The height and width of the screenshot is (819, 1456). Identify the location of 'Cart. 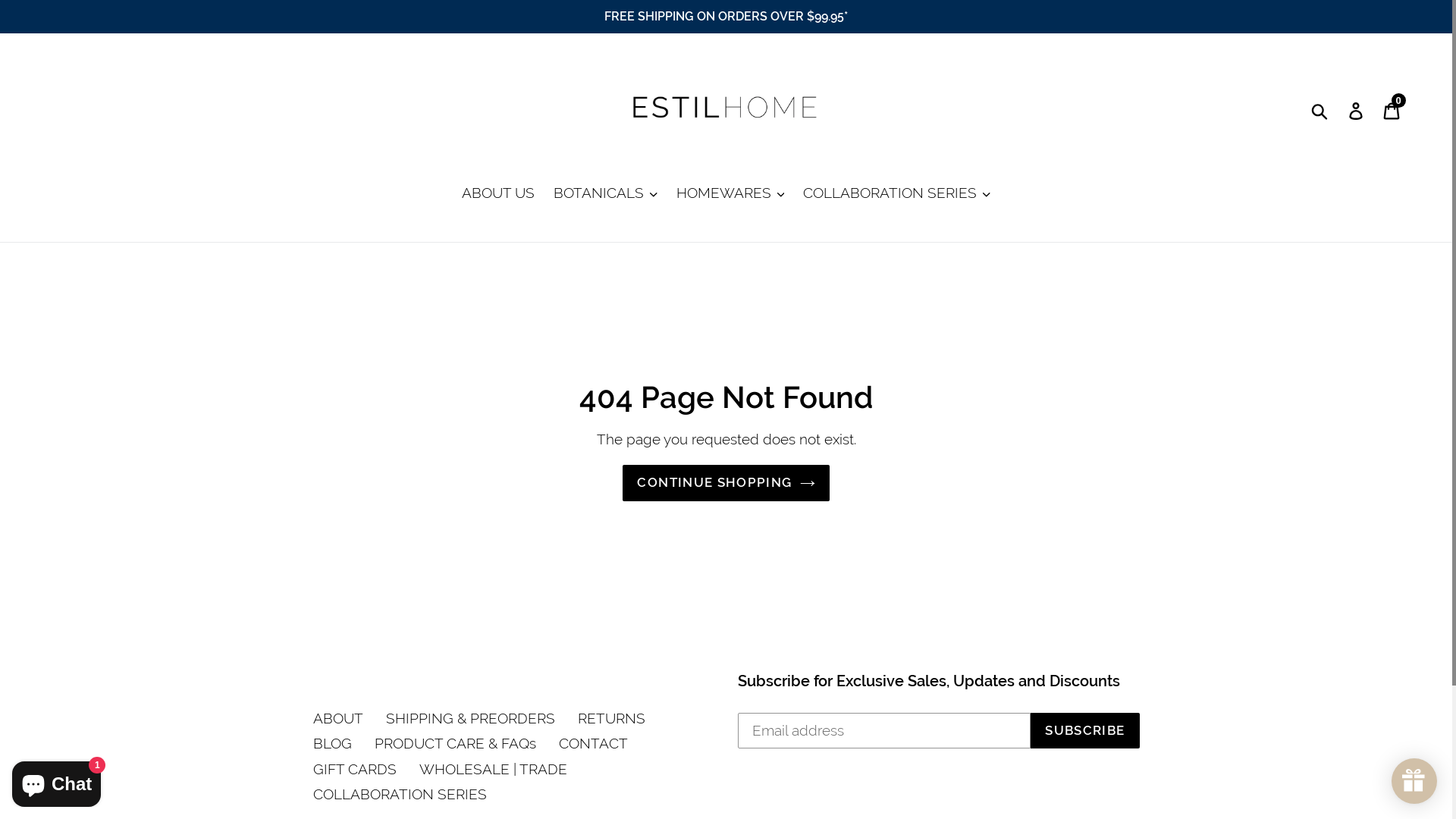
(1392, 108).